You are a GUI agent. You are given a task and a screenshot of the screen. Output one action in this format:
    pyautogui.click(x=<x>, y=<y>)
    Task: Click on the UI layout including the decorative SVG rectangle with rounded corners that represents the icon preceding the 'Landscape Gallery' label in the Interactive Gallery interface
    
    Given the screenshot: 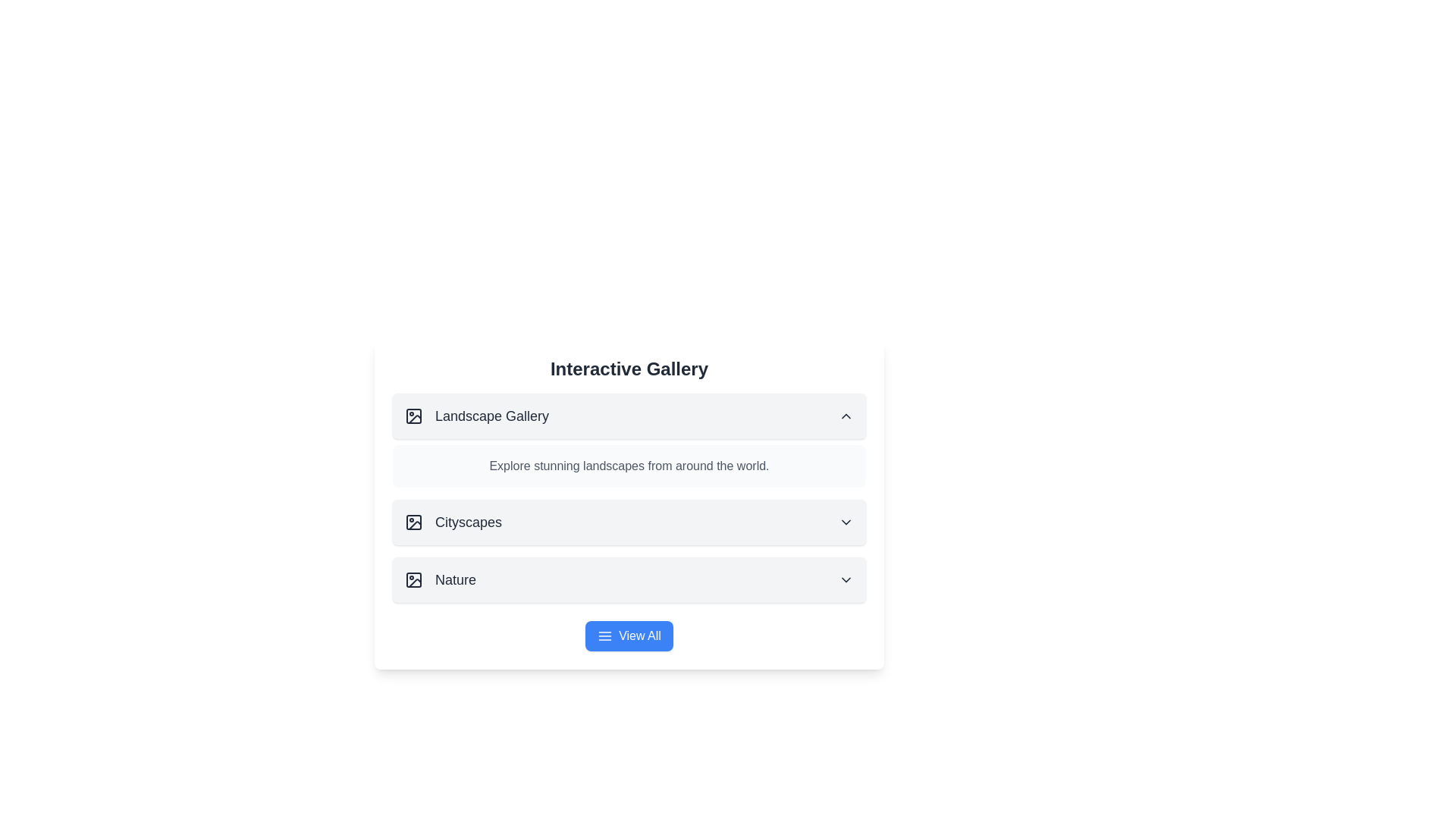 What is the action you would take?
    pyautogui.click(x=414, y=416)
    